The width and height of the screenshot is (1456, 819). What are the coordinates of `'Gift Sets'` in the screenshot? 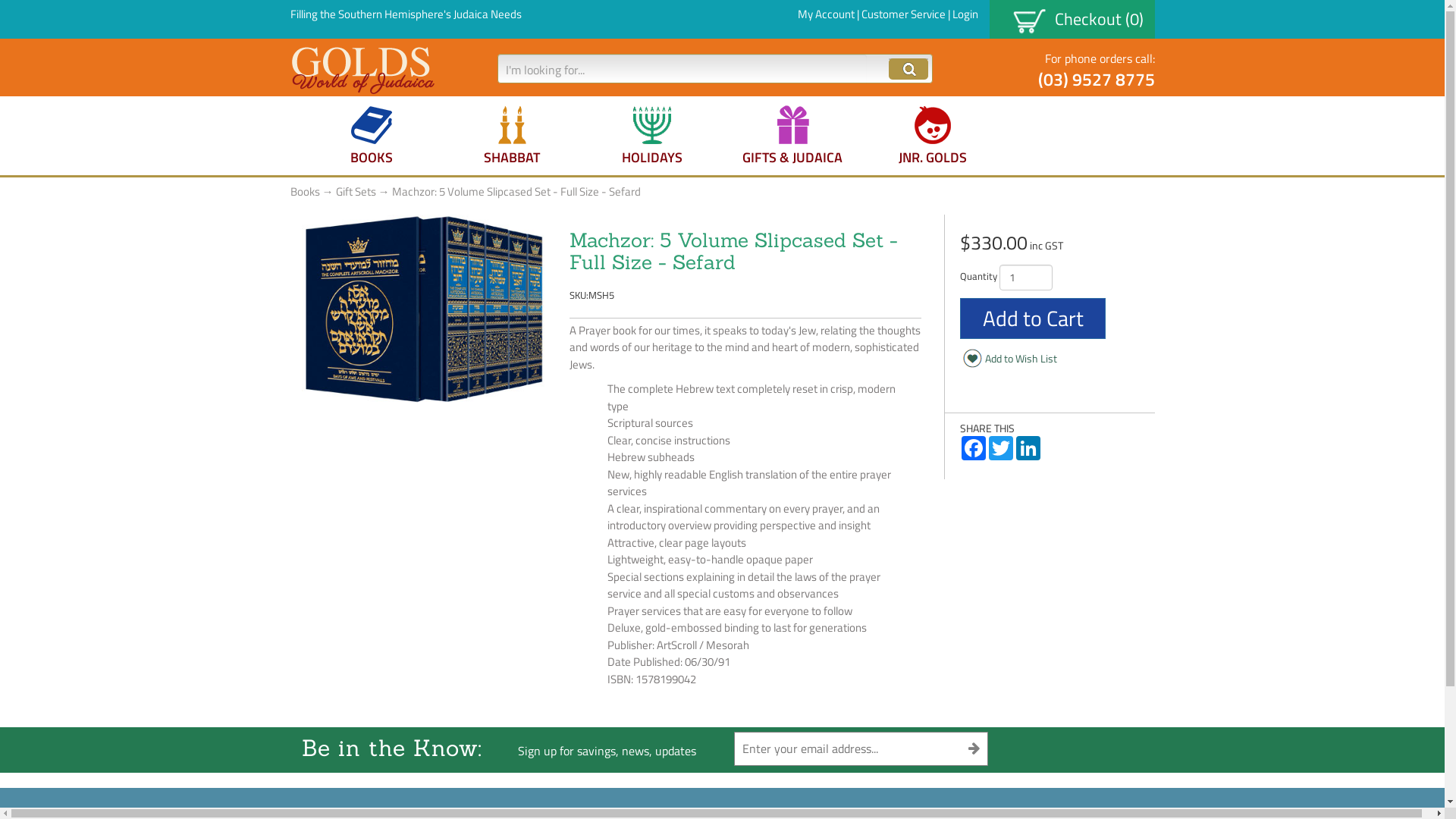 It's located at (354, 190).